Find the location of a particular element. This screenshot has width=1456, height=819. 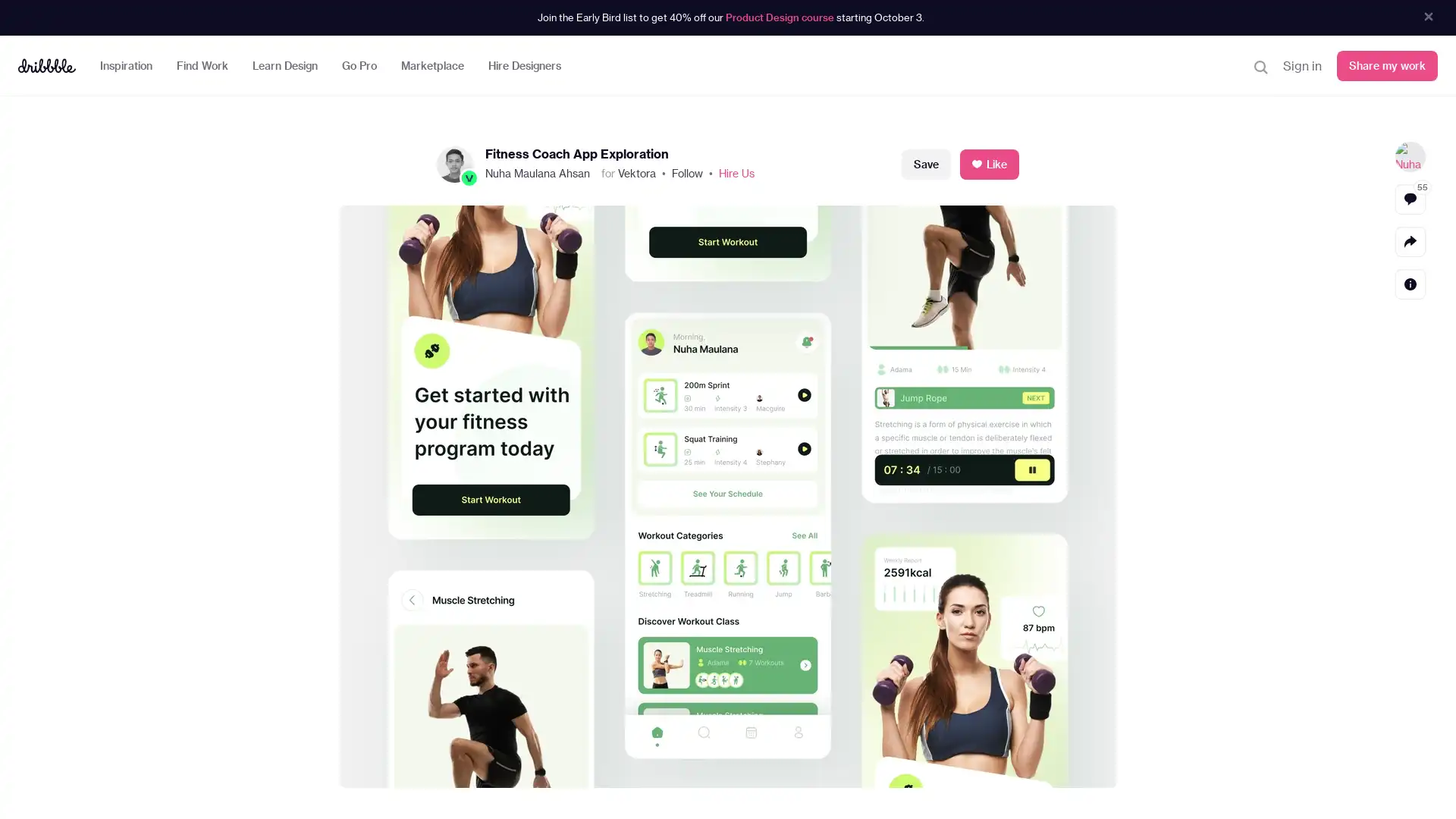

View comments 55 is located at coordinates (1410, 198).